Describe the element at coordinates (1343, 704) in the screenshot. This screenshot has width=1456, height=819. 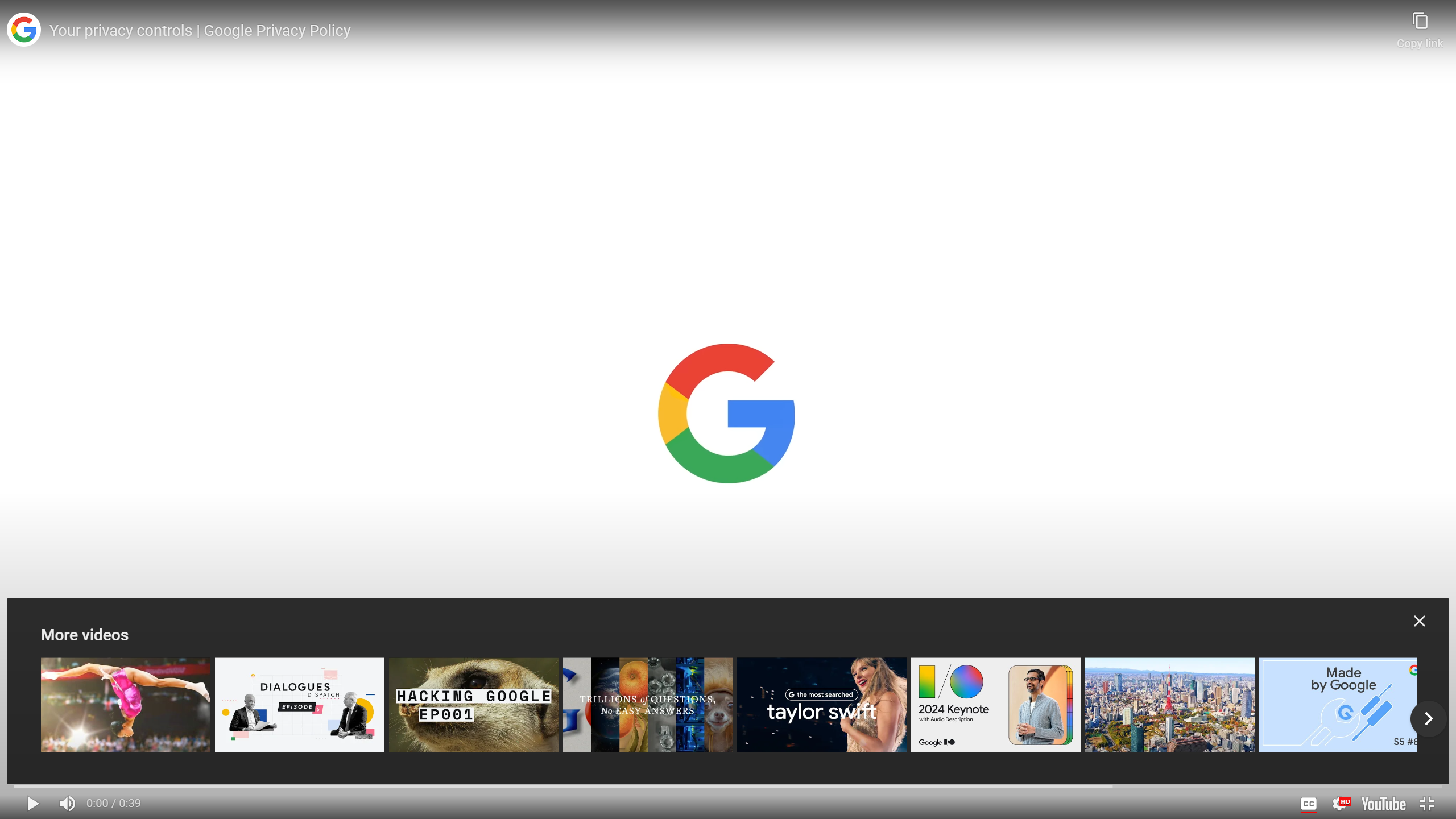
I see `'Made by Google Podcast S5E8 | Don'` at that location.